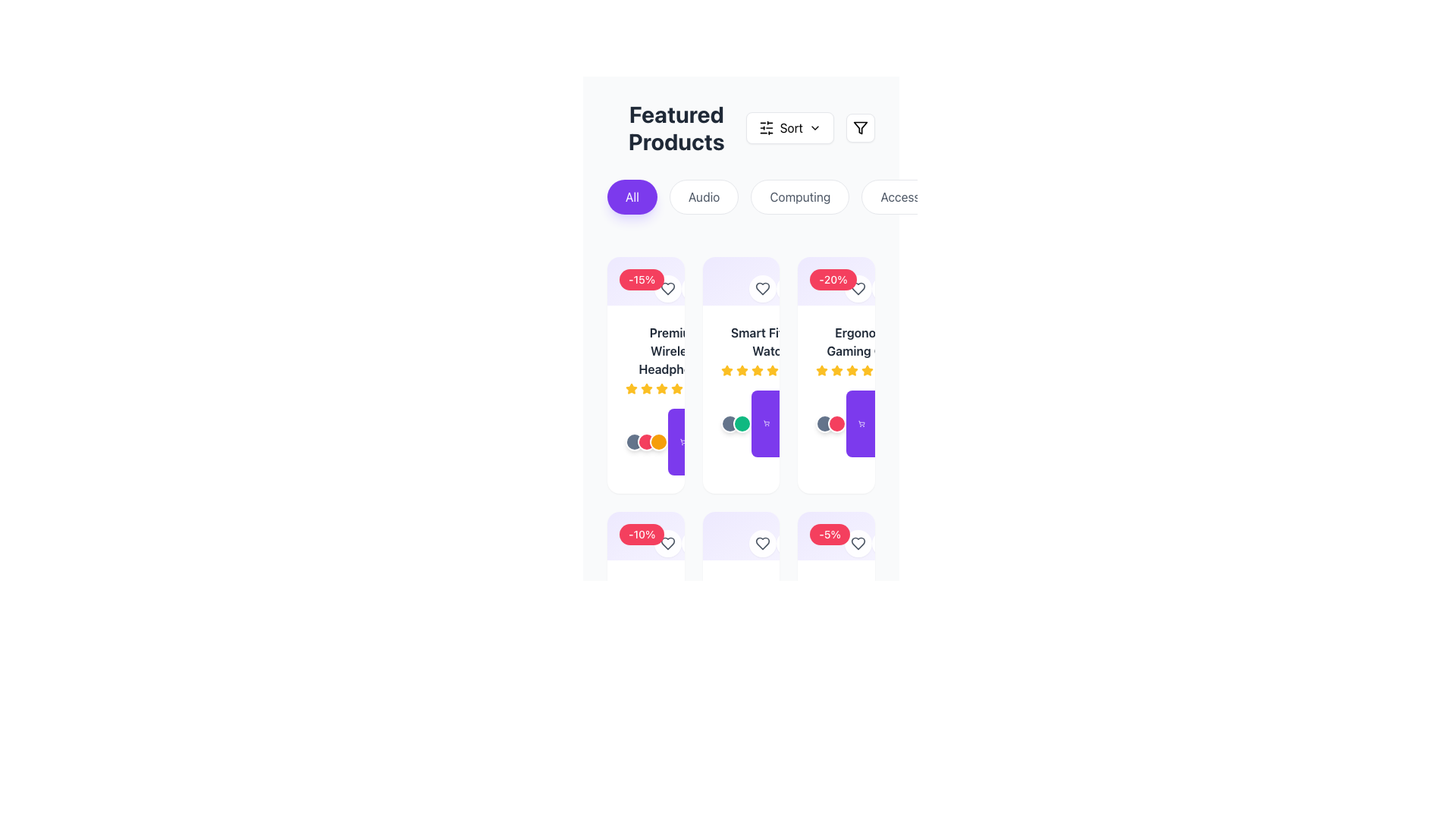 The width and height of the screenshot is (1456, 819). What do you see at coordinates (858, 289) in the screenshot?
I see `the heart icon located in the top-right corner of the product card, which is used to mark the product as a favorite or save it for later viewing` at bounding box center [858, 289].